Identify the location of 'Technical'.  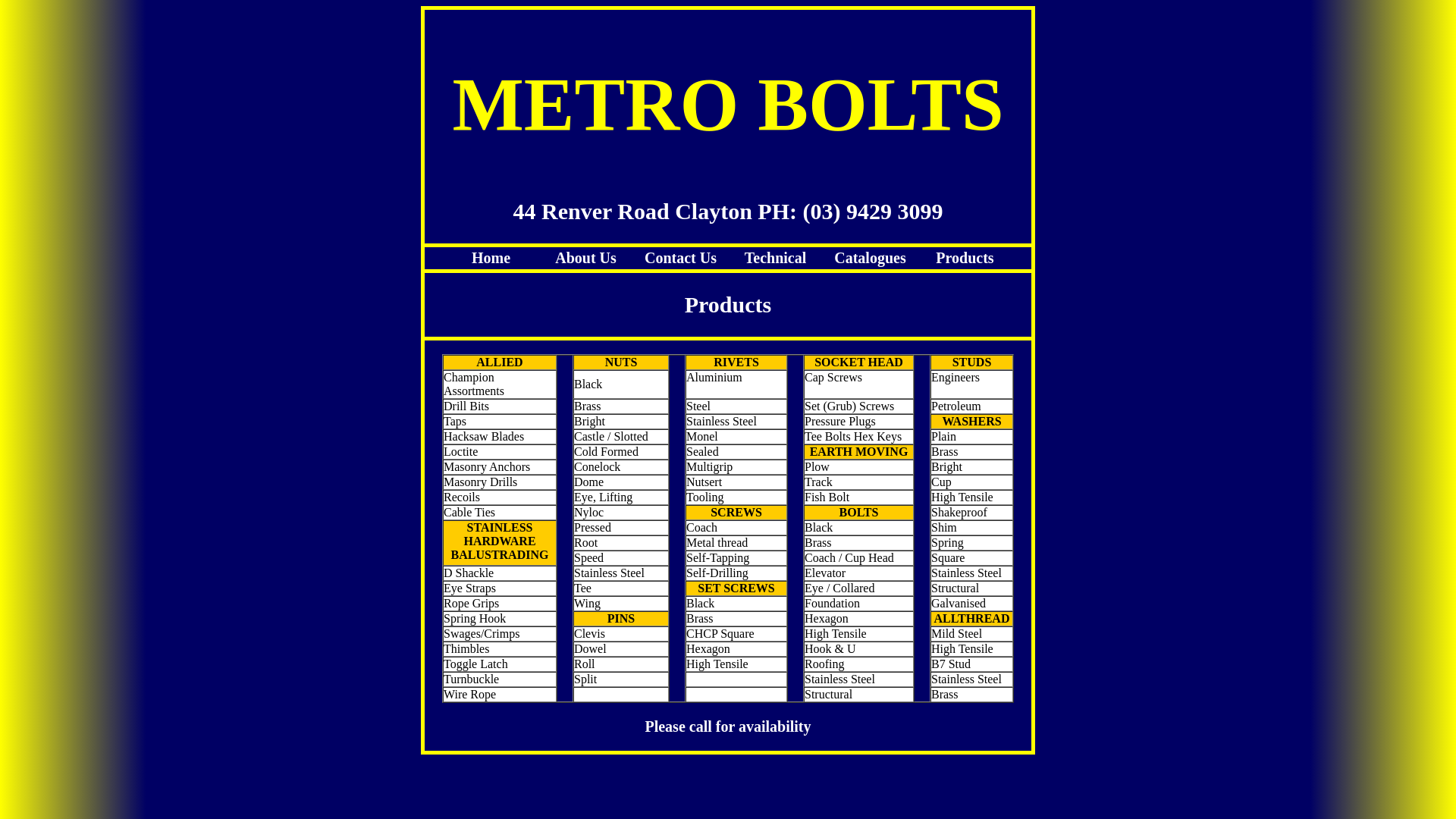
(775, 256).